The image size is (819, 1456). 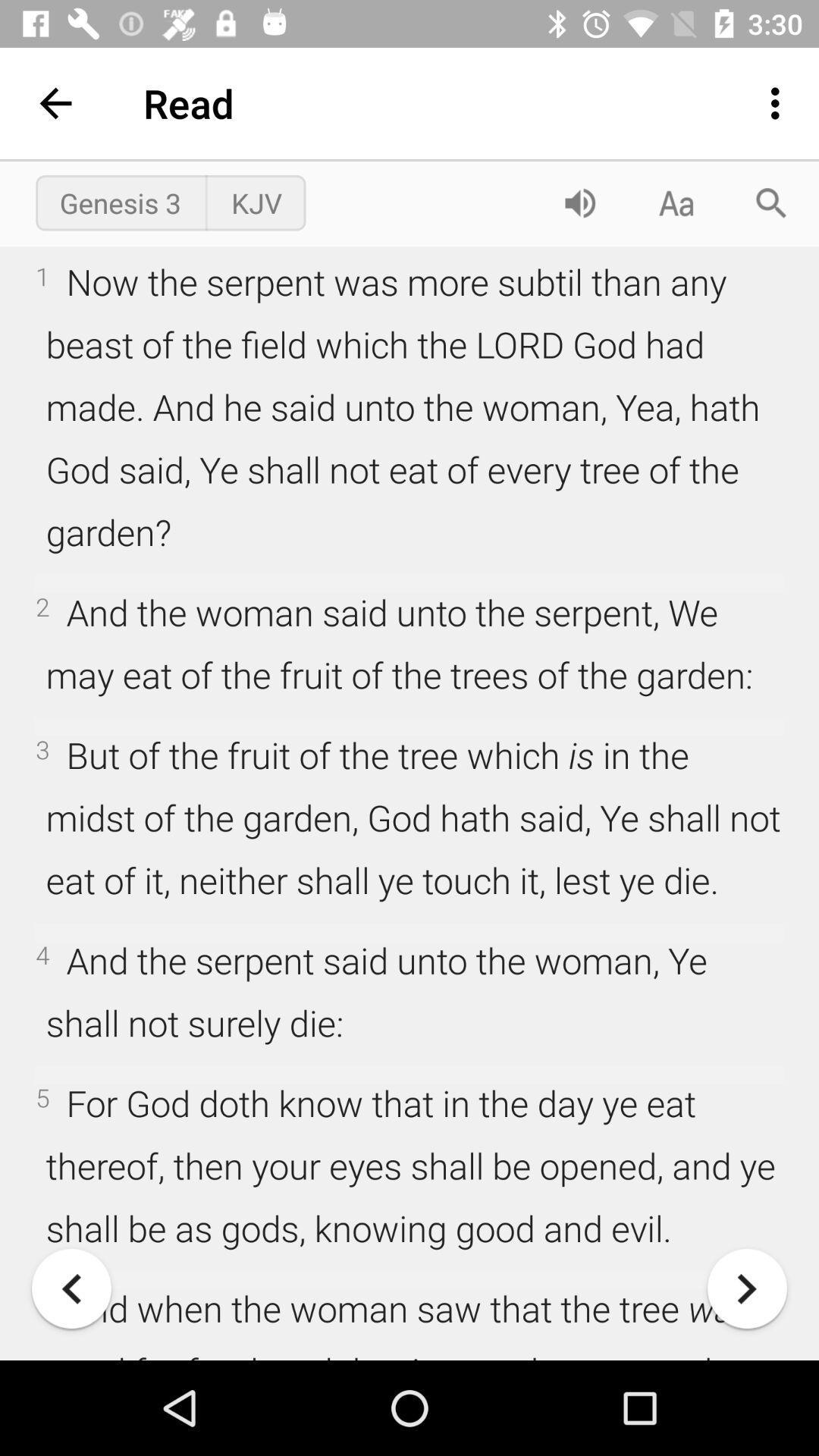 I want to click on the icon next to kjv, so click(x=579, y=202).